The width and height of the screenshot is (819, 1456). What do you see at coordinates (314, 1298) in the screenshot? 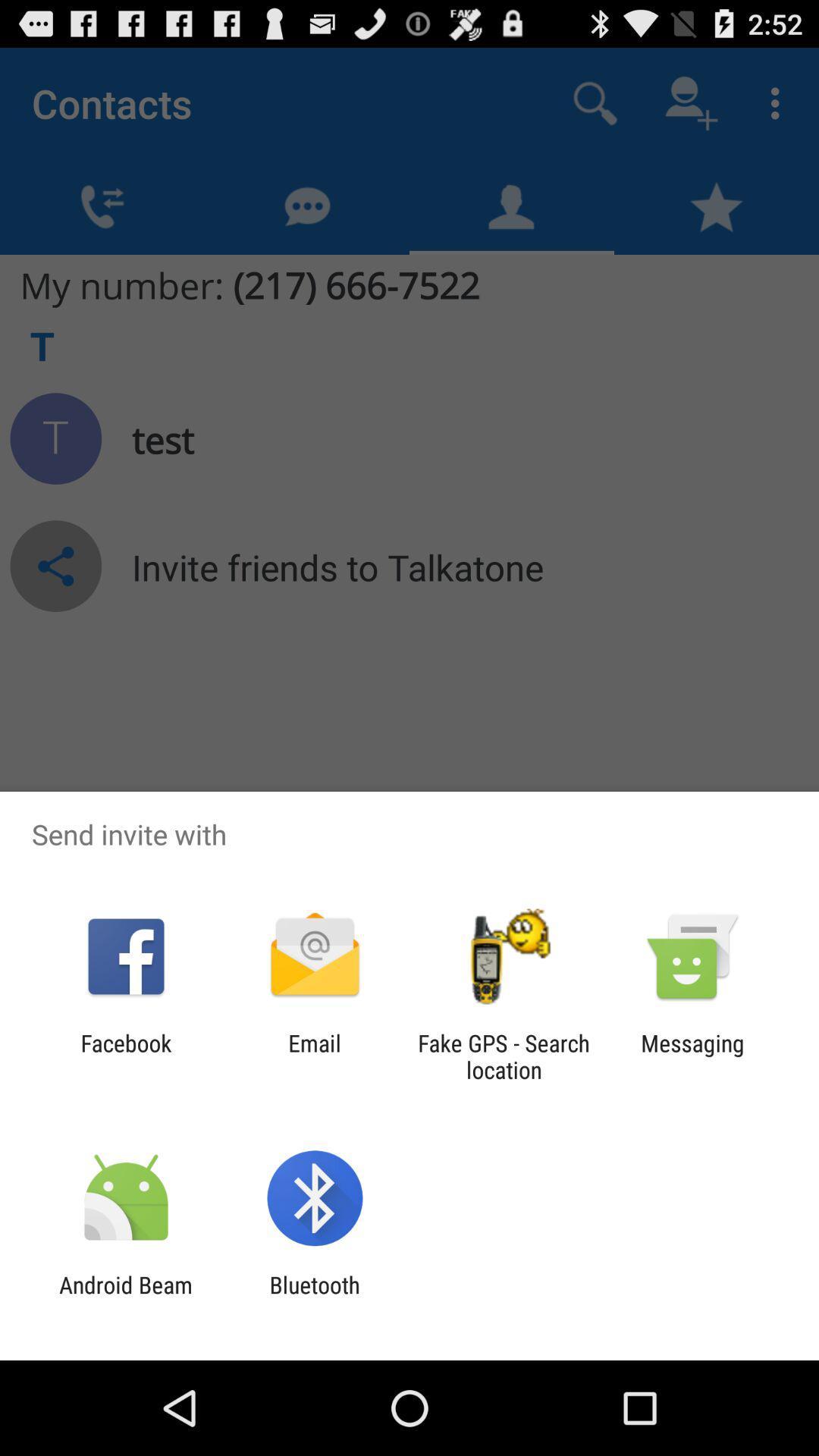
I see `the bluetooth icon` at bounding box center [314, 1298].